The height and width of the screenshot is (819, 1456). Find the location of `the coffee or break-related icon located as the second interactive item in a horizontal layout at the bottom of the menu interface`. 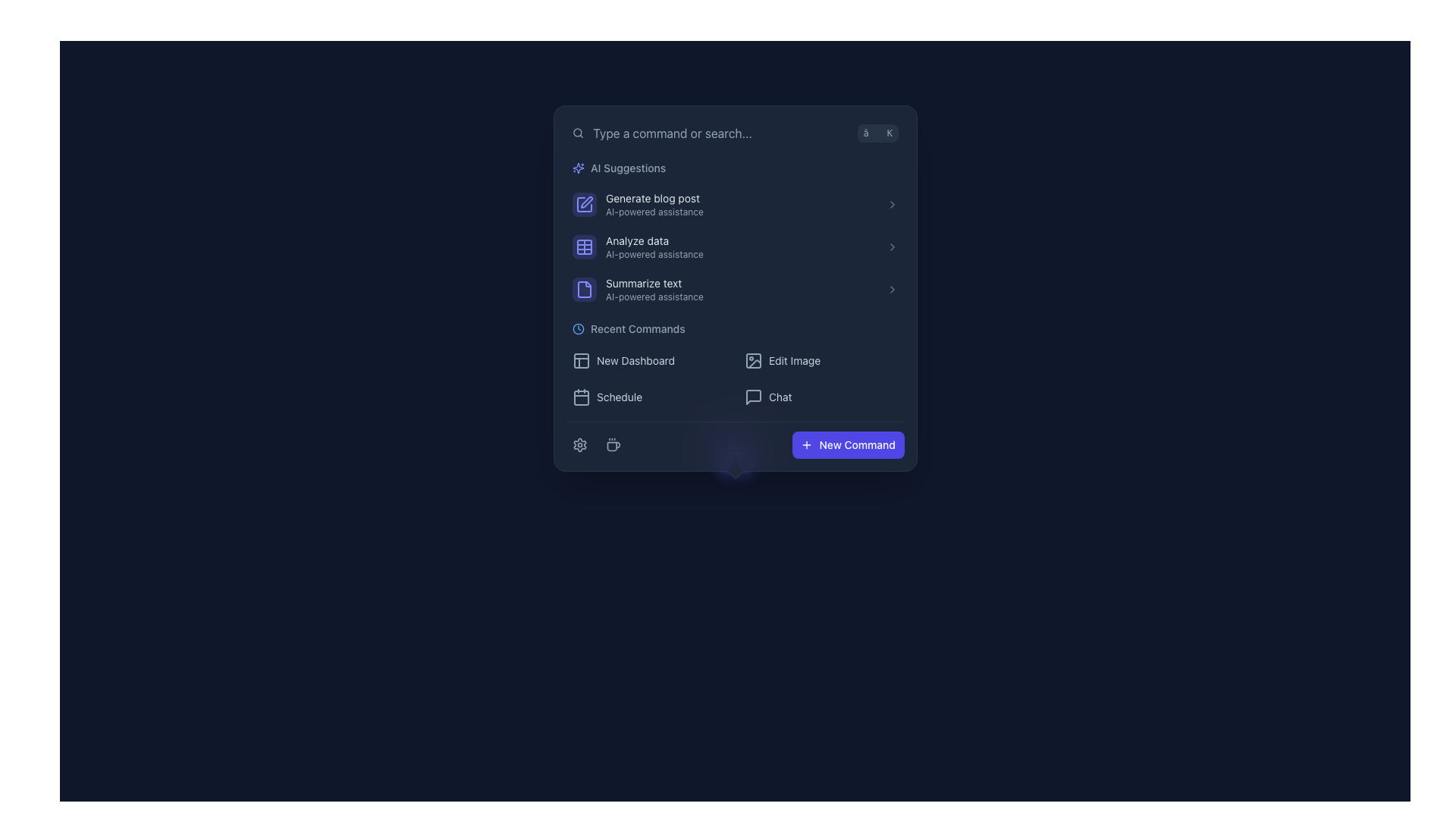

the coffee or break-related icon located as the second interactive item in a horizontal layout at the bottom of the menu interface is located at coordinates (613, 444).